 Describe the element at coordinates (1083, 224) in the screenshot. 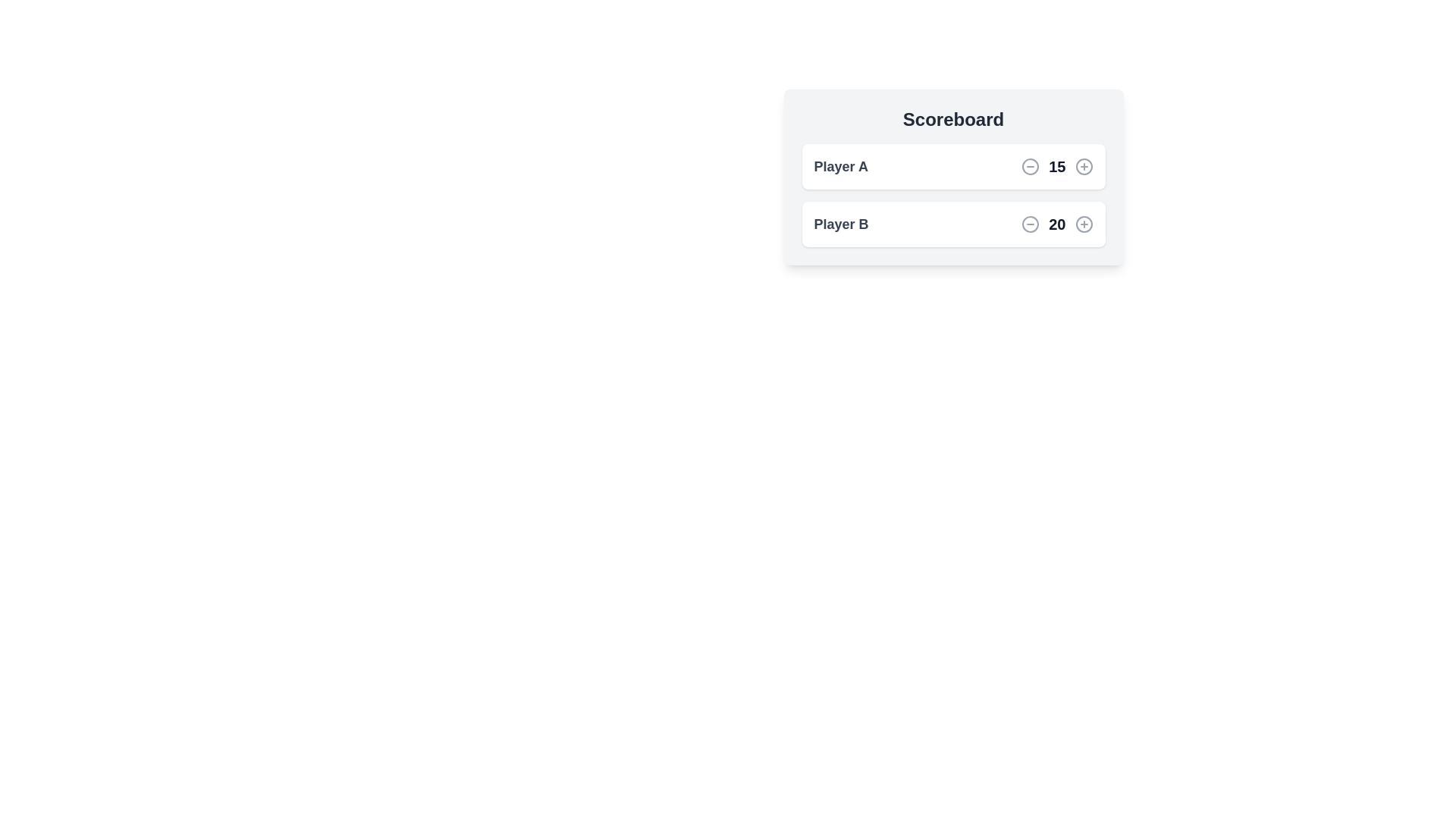

I see `the circular button with a plus sign inside it, located to the right of the bold number '20' in the Player B section of the scoreboard interface to change its color to green` at that location.